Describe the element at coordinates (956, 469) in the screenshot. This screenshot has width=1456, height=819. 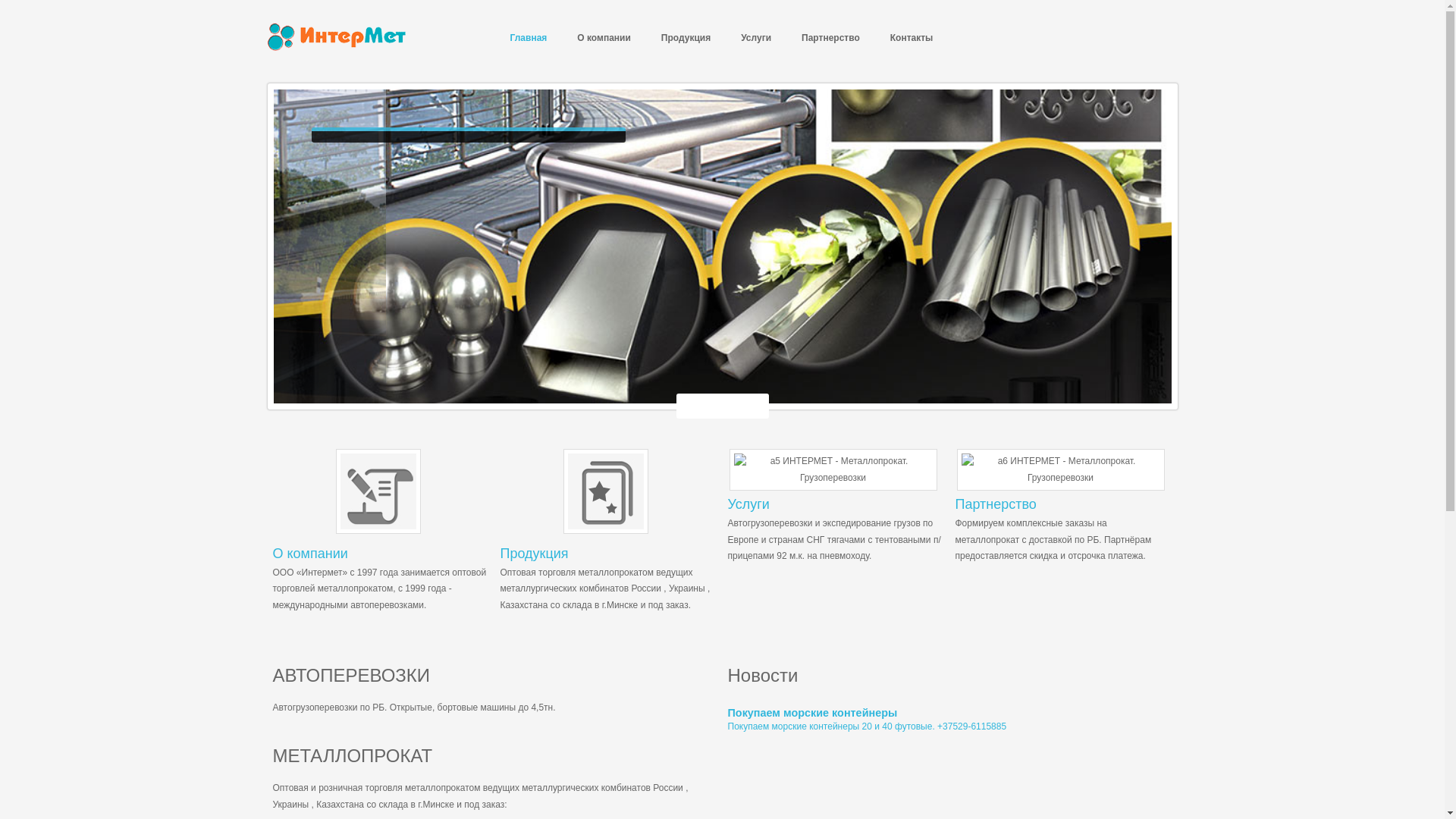
I see `'a6 image'` at that location.